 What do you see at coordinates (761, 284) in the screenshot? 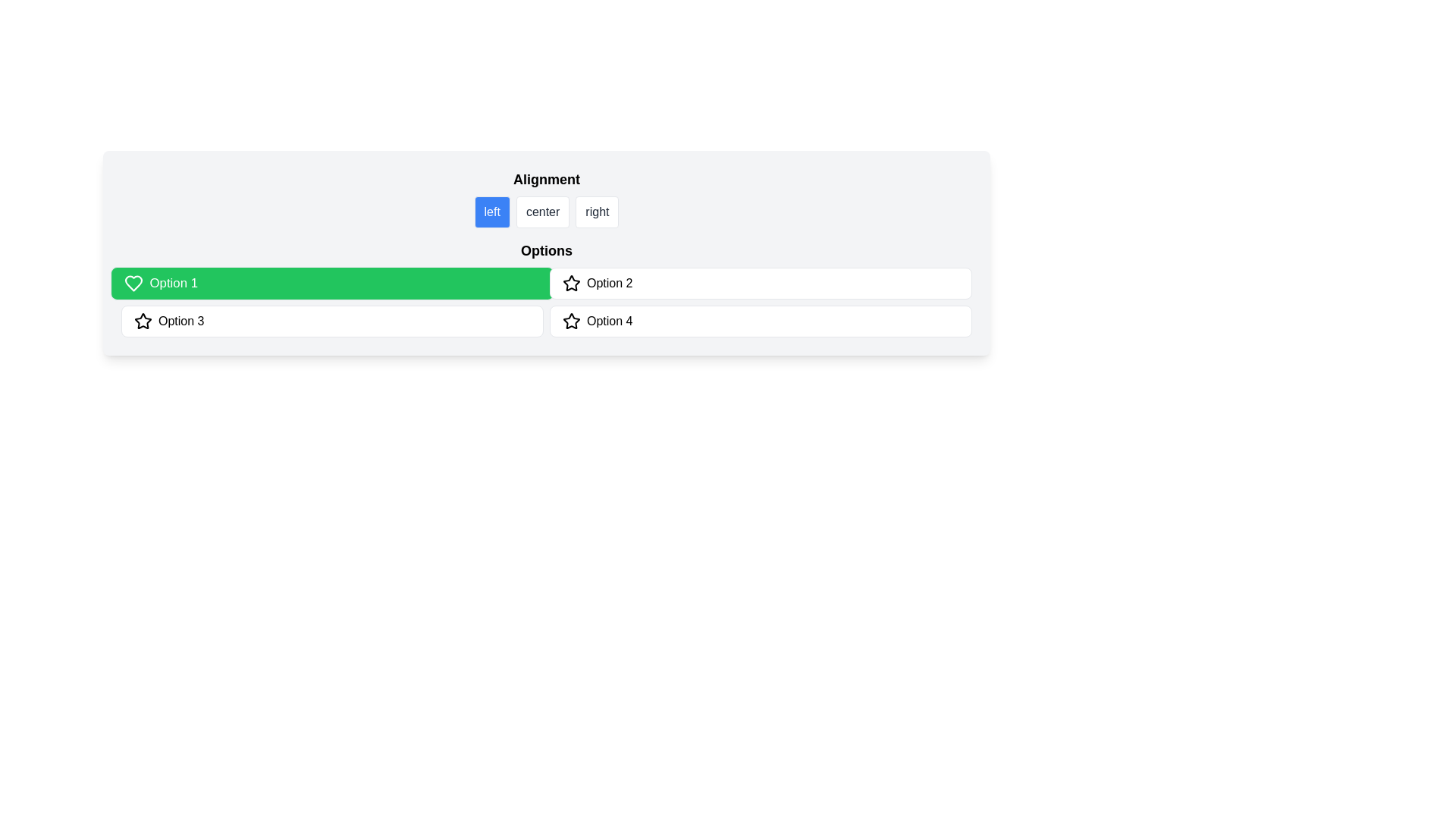
I see `the second button labeled 'Option 2'` at bounding box center [761, 284].